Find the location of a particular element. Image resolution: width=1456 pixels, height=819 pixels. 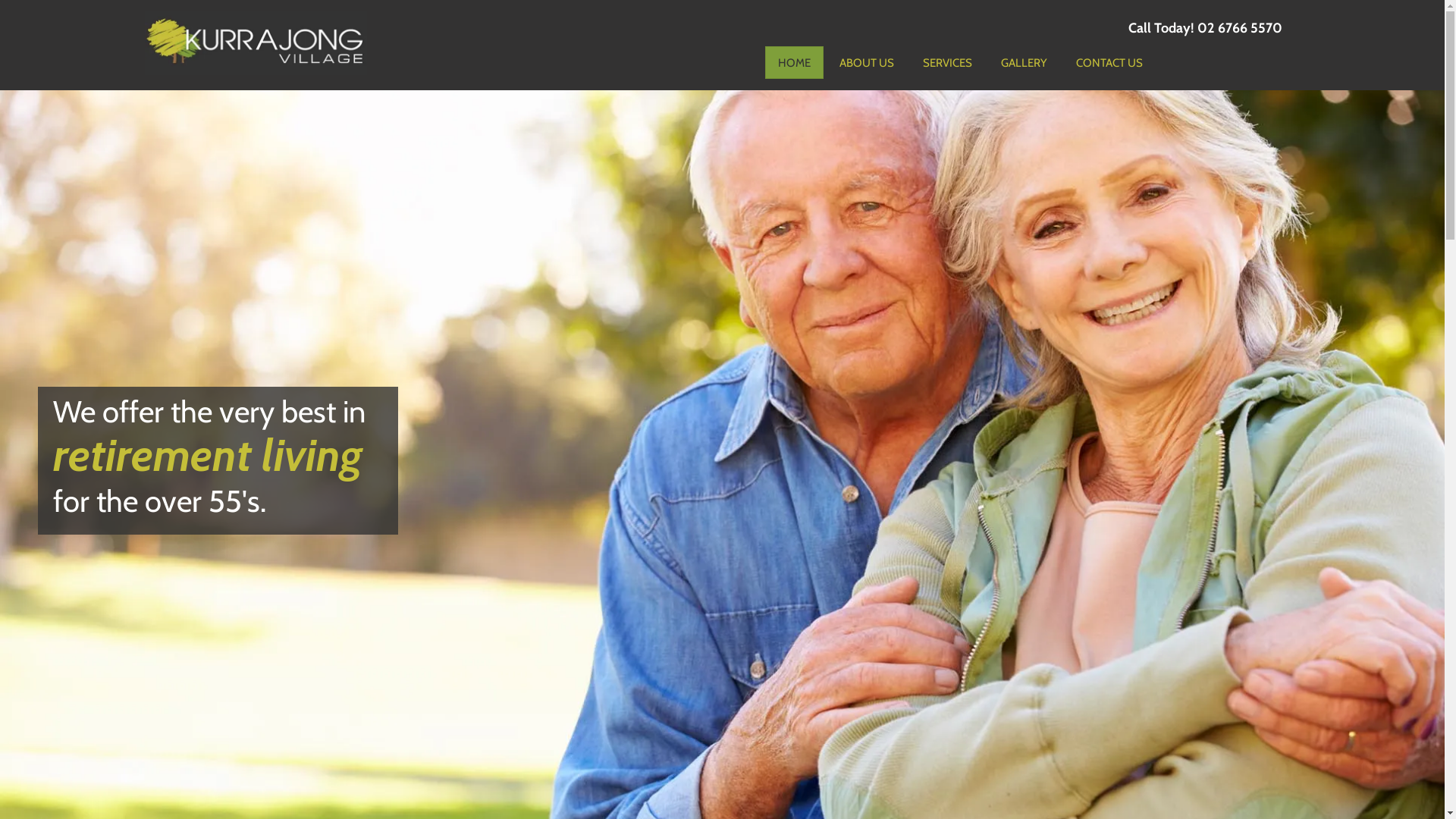

'CONTACT US' is located at coordinates (1109, 61).